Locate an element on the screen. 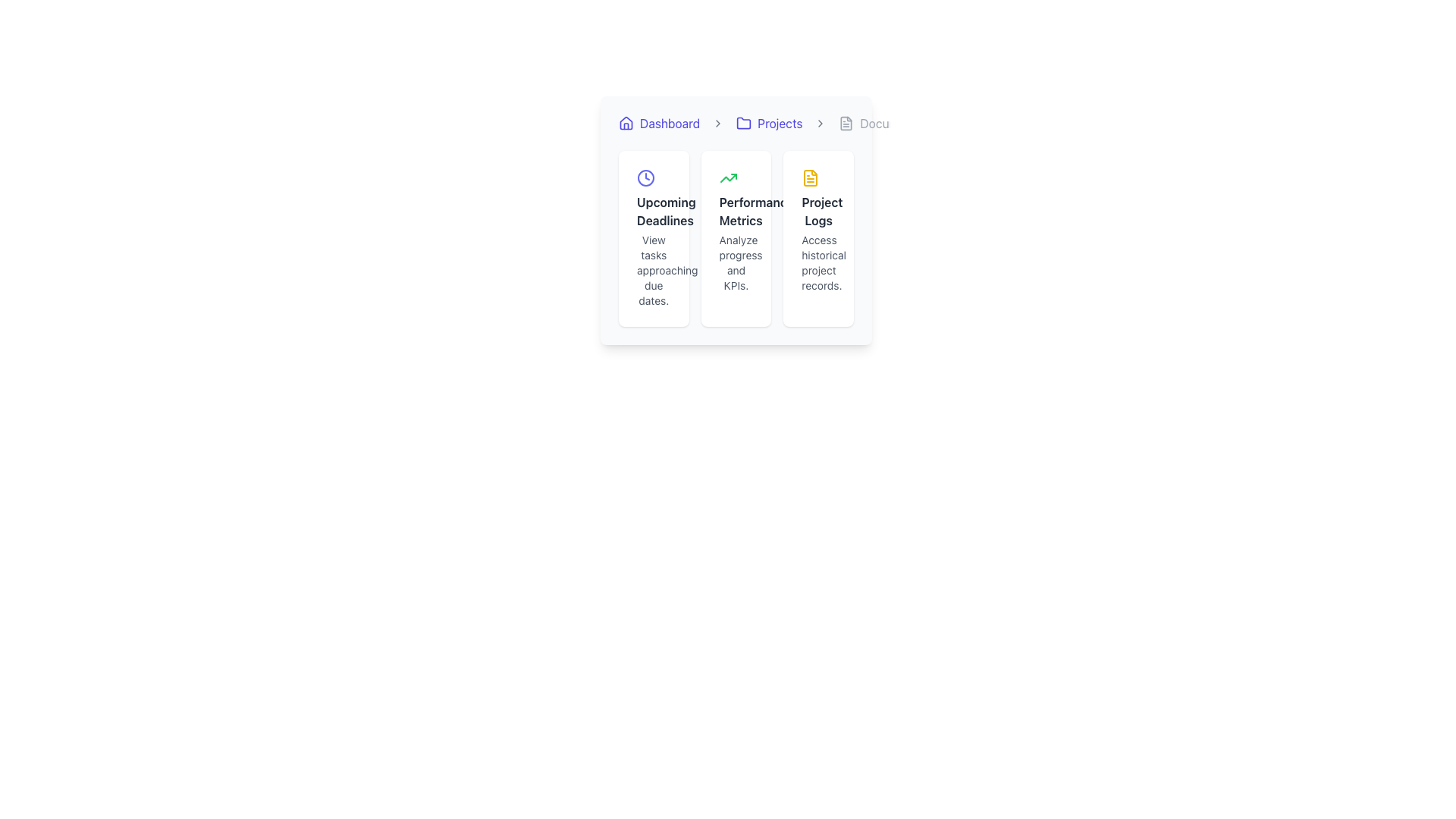 Image resolution: width=1456 pixels, height=819 pixels. the text element 'Upcoming Deadlines', which is styled in bold and dark gray, located centrally within the leftmost panel of a three-panel layout is located at coordinates (654, 211).